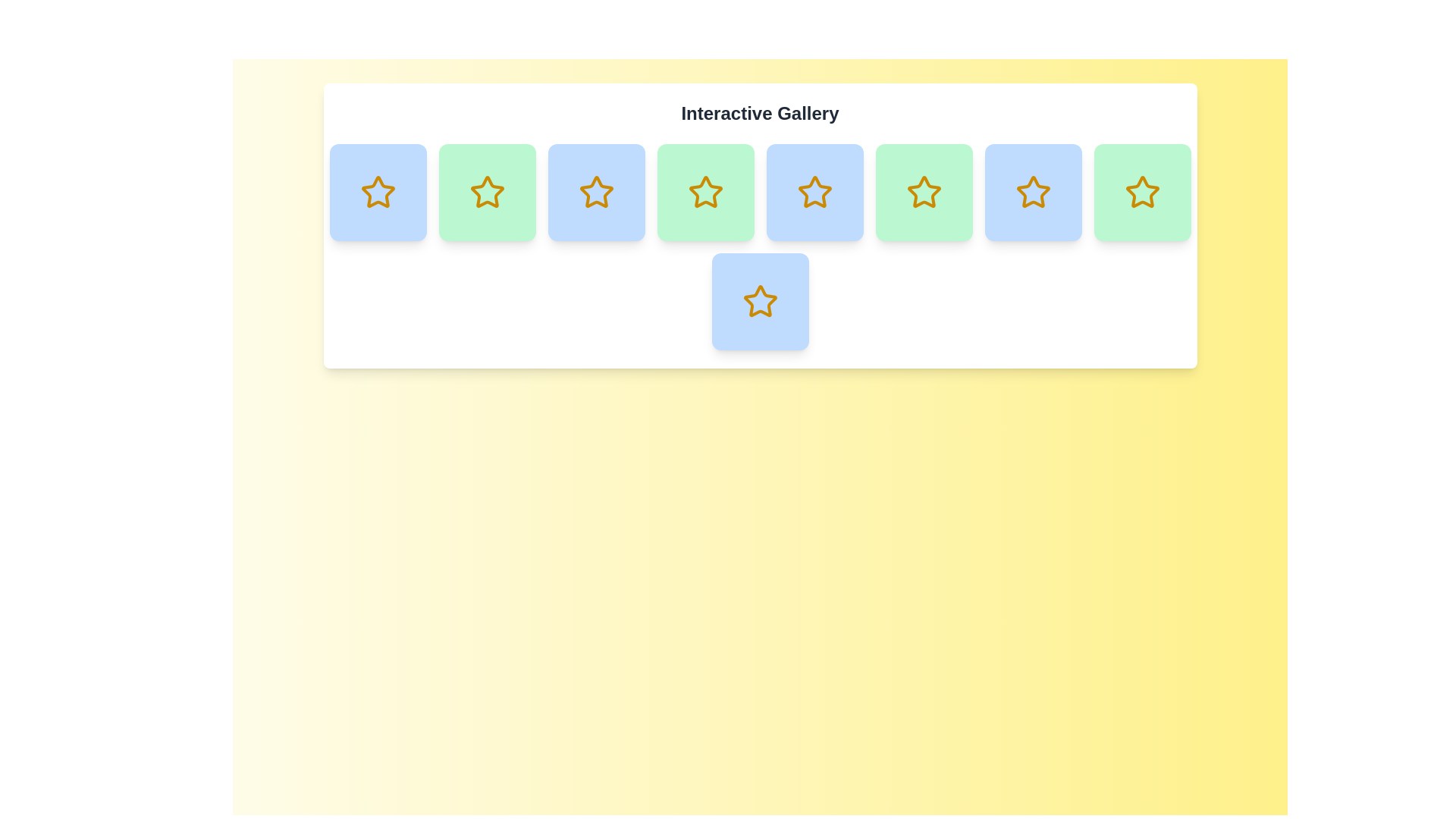 This screenshot has height=819, width=1456. What do you see at coordinates (814, 191) in the screenshot?
I see `the star-shaped icon with a gold outline inside a blue square` at bounding box center [814, 191].